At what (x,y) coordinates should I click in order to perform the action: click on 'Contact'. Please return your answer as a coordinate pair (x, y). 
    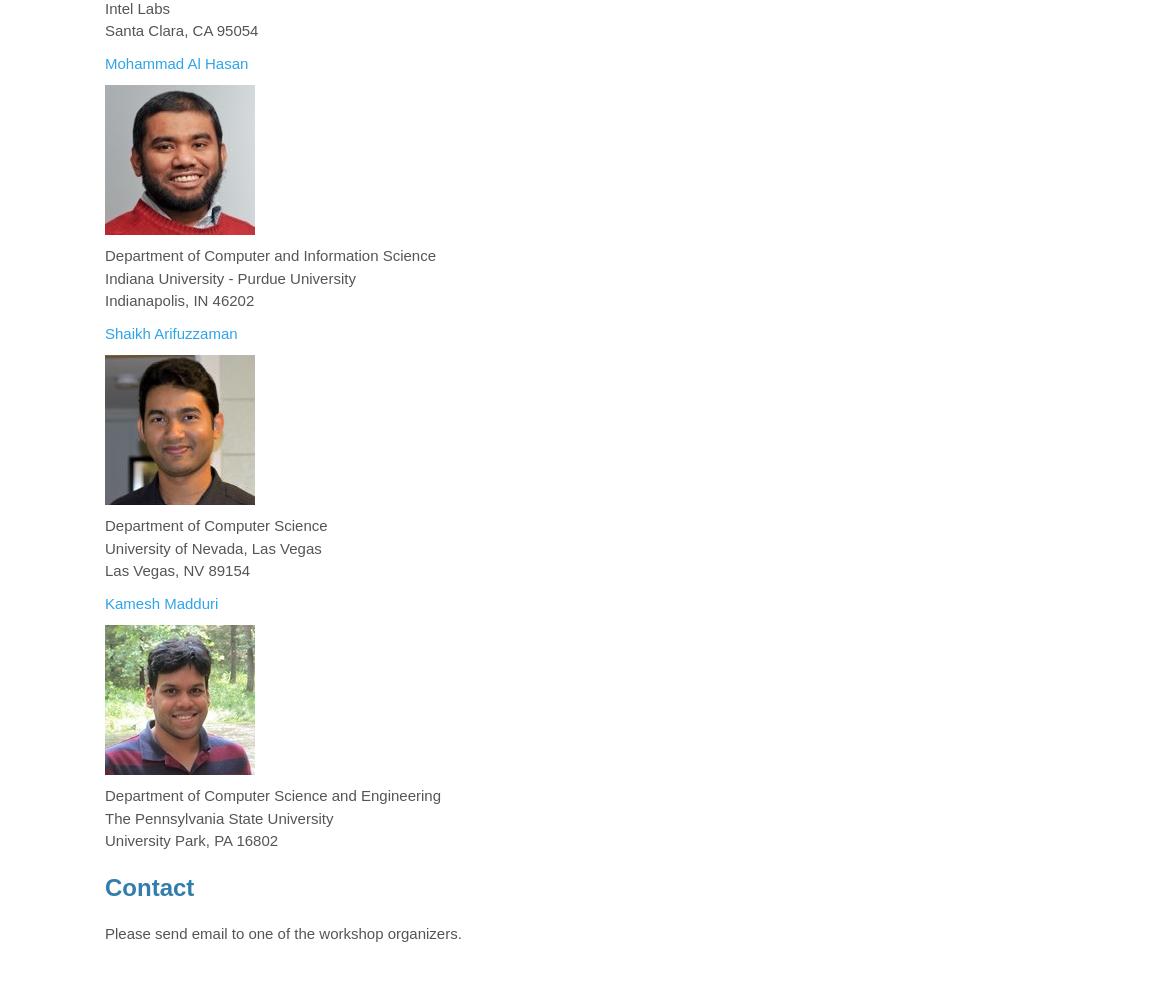
    Looking at the image, I should click on (148, 885).